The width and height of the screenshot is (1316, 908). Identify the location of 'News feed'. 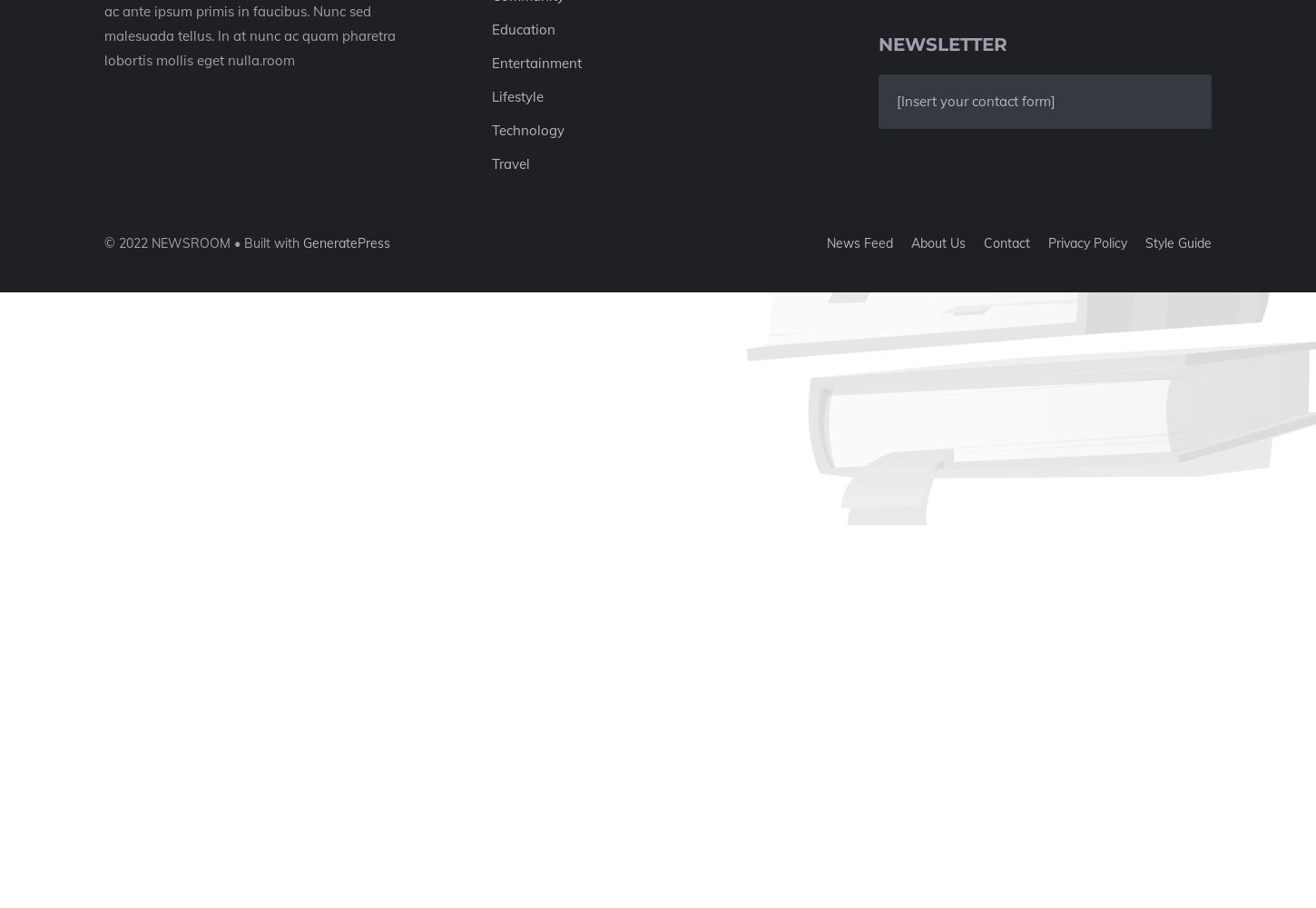
(859, 242).